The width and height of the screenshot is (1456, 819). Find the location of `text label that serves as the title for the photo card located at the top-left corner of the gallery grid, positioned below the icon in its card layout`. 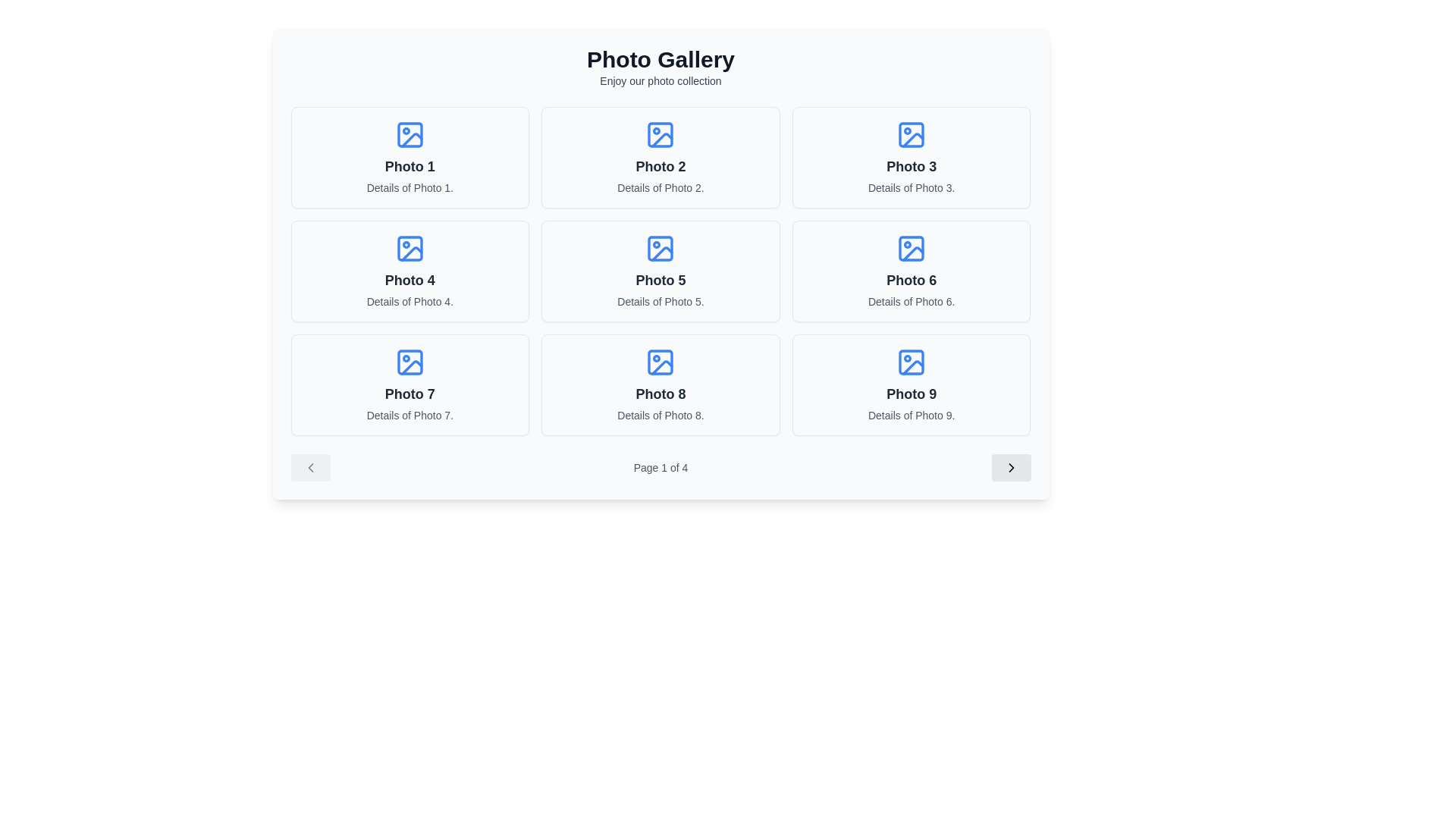

text label that serves as the title for the photo card located at the top-left corner of the gallery grid, positioned below the icon in its card layout is located at coordinates (409, 166).